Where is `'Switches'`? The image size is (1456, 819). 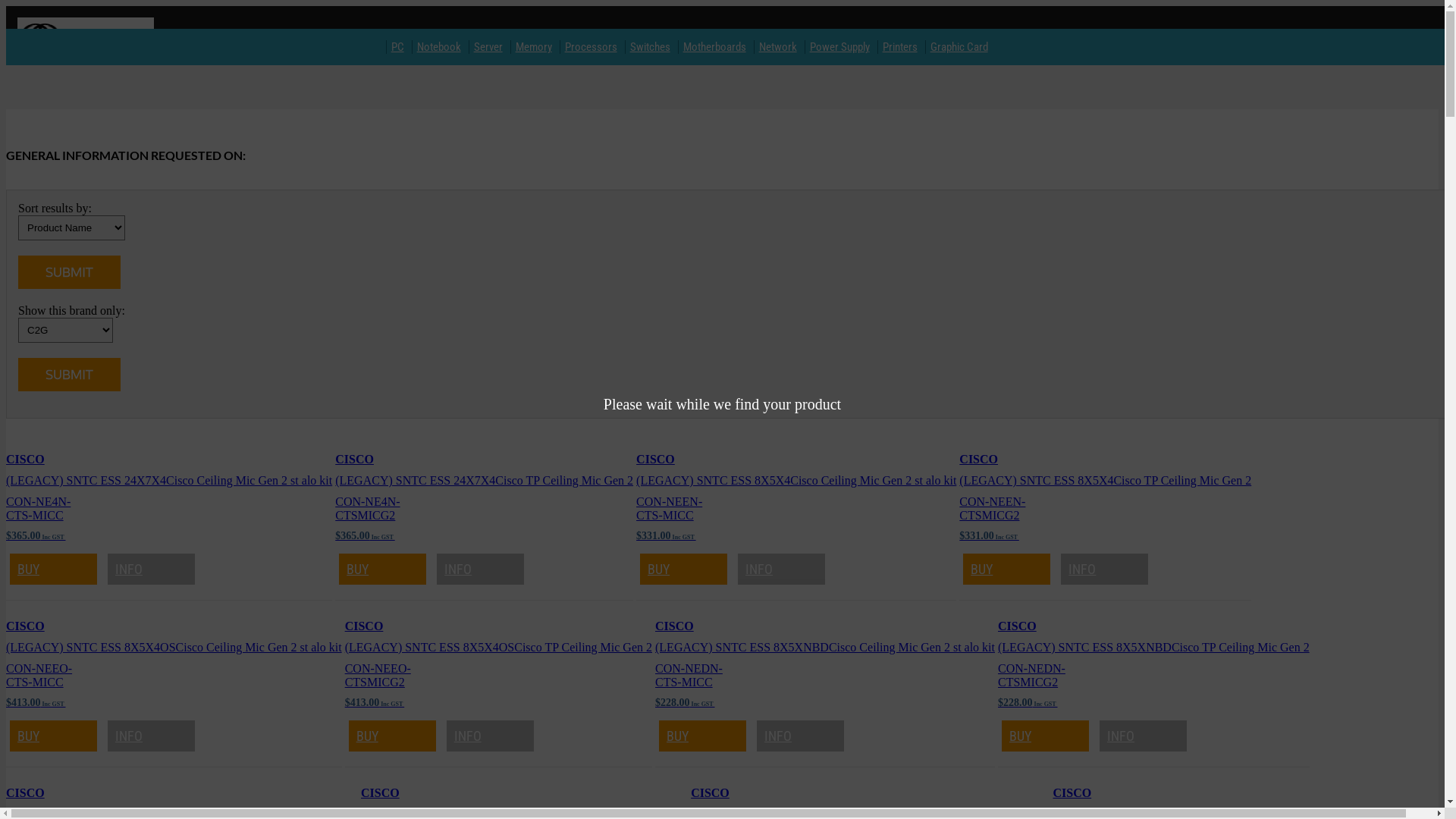
'Switches' is located at coordinates (626, 45).